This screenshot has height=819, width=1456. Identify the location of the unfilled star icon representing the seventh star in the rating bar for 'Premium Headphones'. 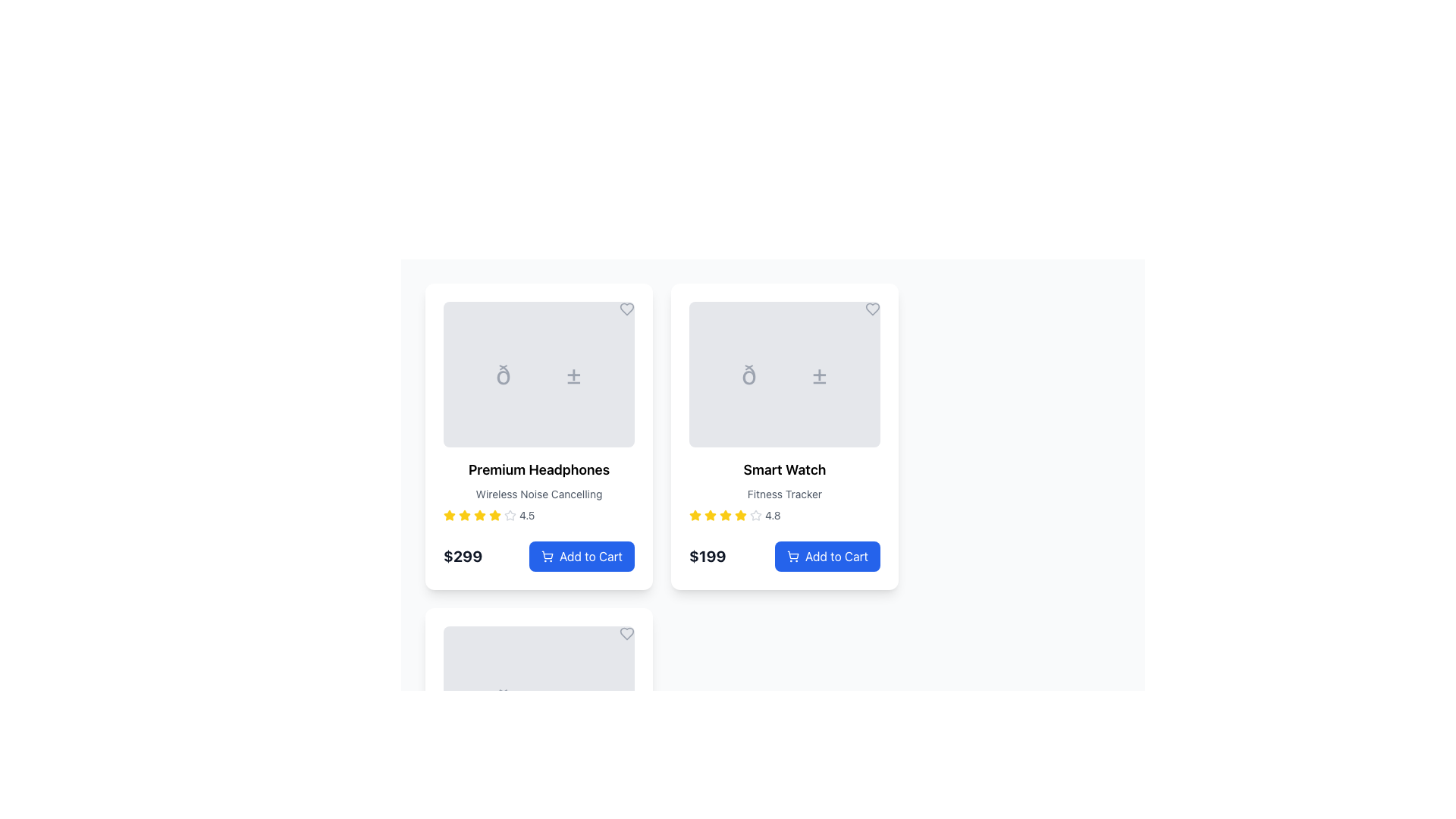
(510, 514).